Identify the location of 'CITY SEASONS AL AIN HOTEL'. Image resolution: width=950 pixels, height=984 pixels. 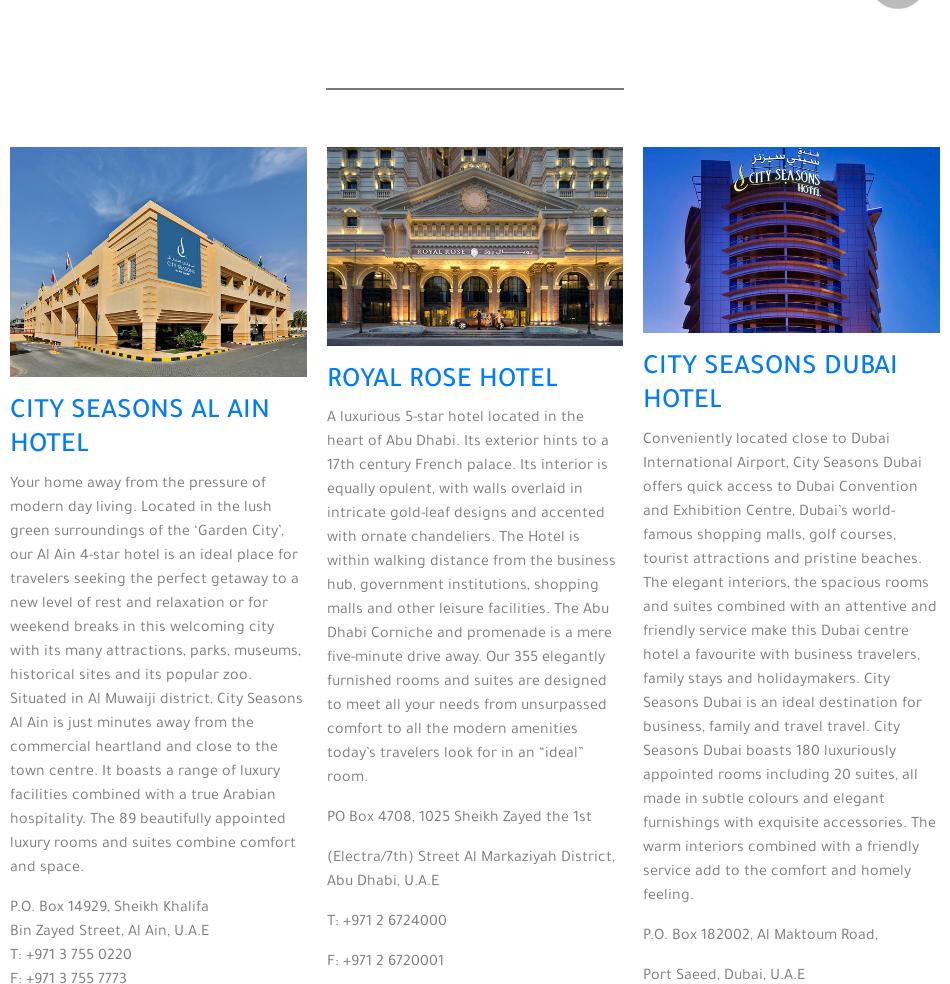
(9, 429).